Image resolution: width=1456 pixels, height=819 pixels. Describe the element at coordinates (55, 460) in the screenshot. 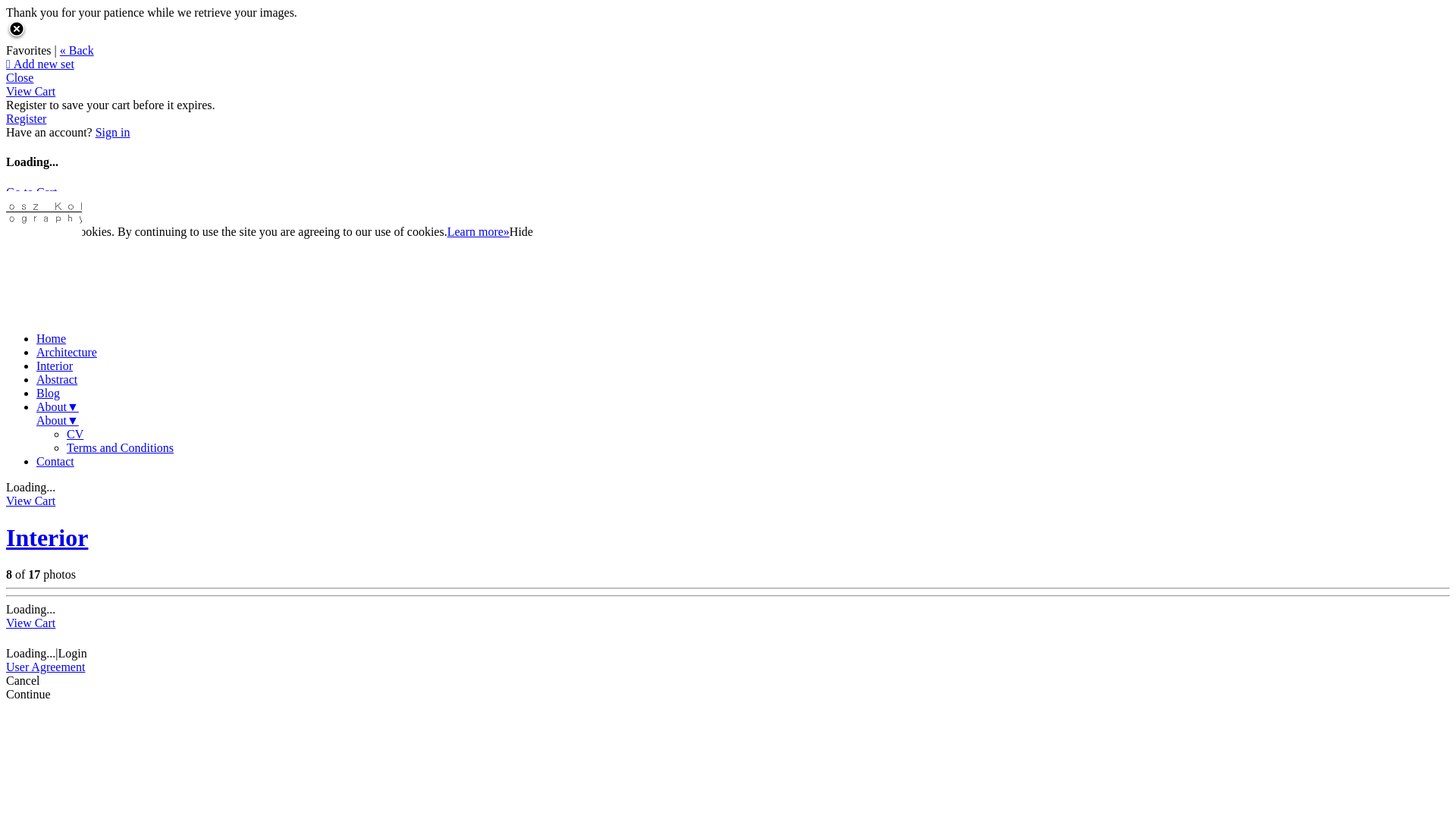

I see `'Contact'` at that location.